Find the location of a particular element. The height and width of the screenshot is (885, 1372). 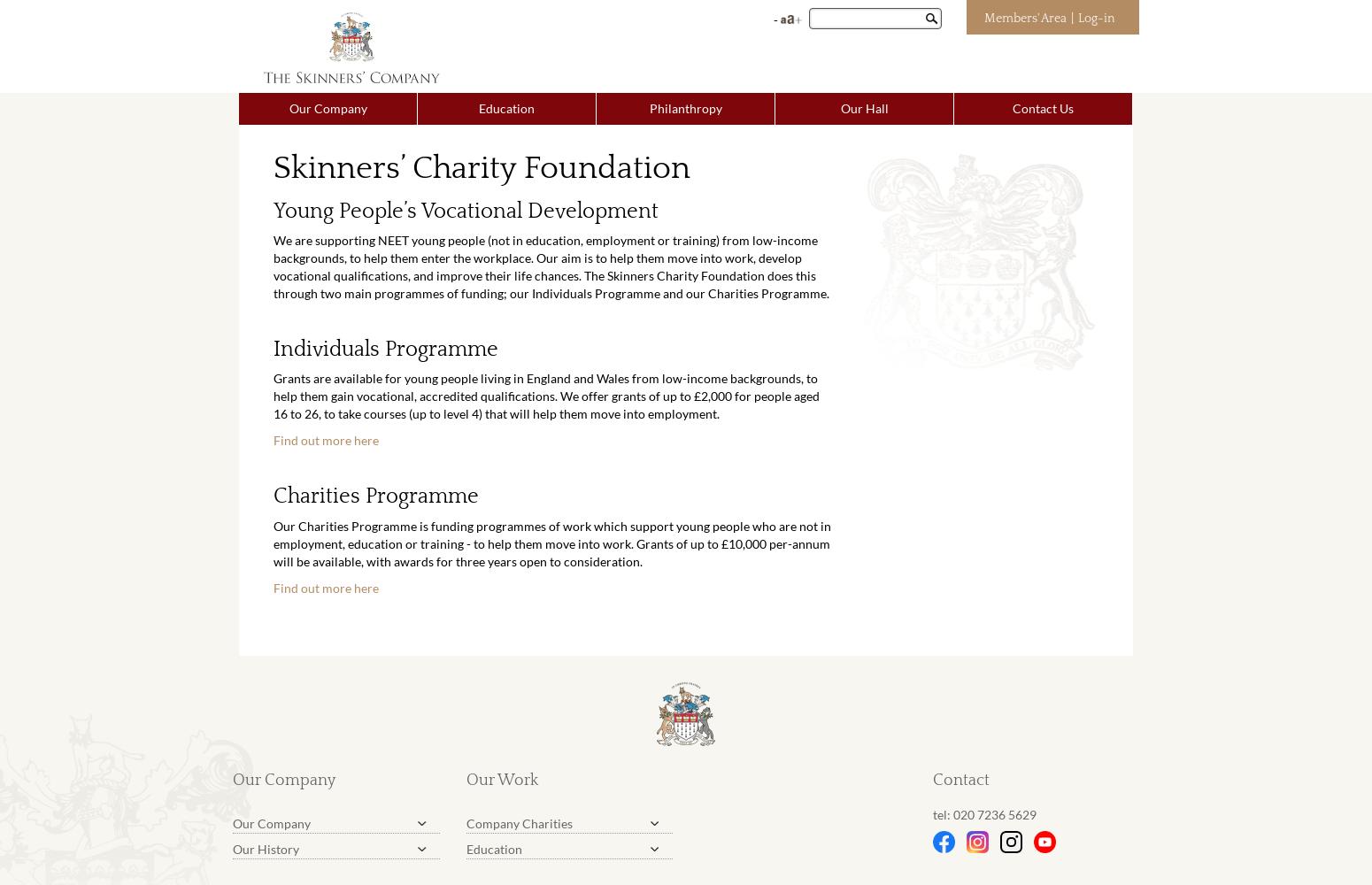

'Our History' is located at coordinates (266, 847).